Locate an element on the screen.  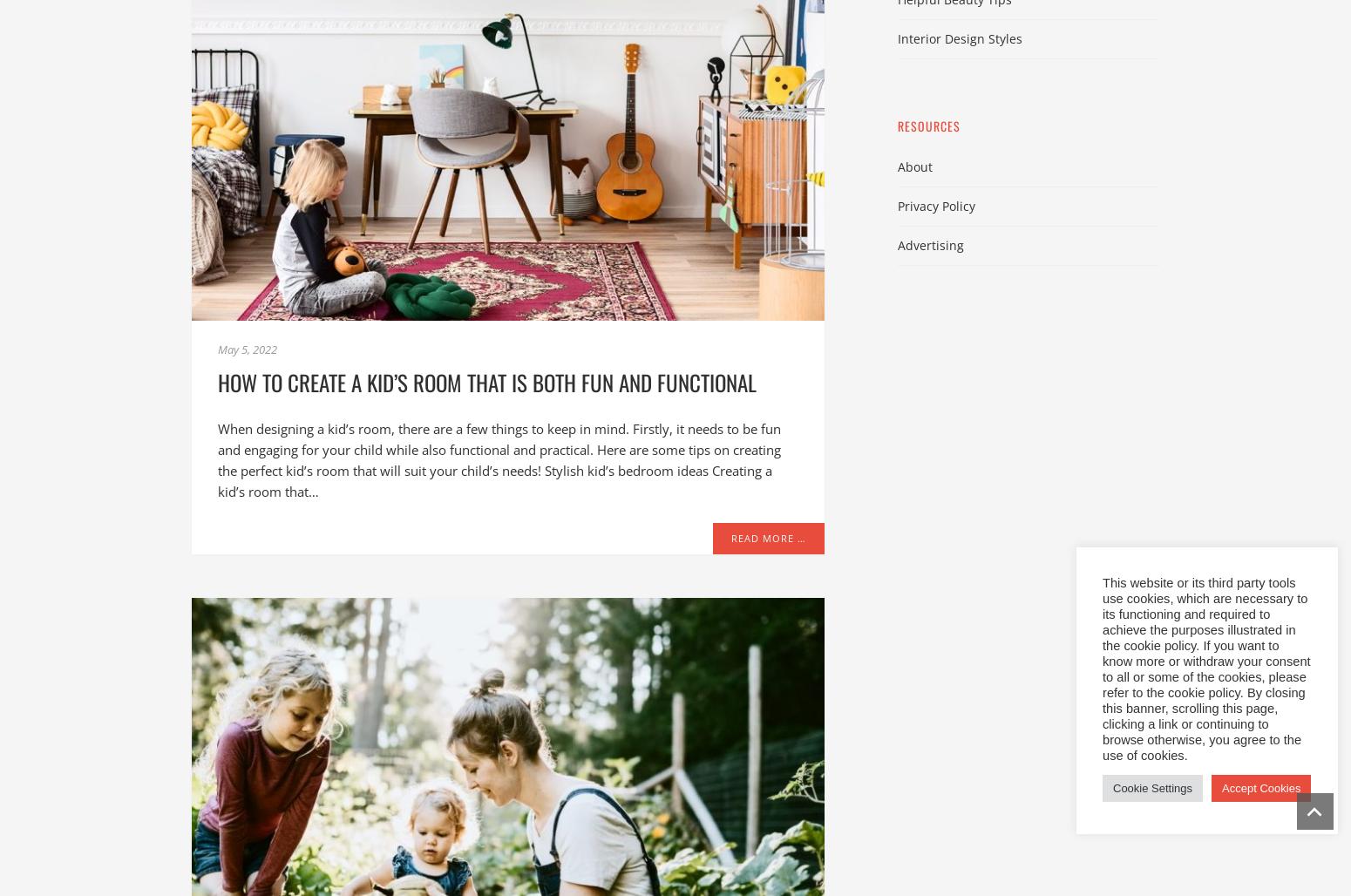
'Privacy Policy' is located at coordinates (897, 204).